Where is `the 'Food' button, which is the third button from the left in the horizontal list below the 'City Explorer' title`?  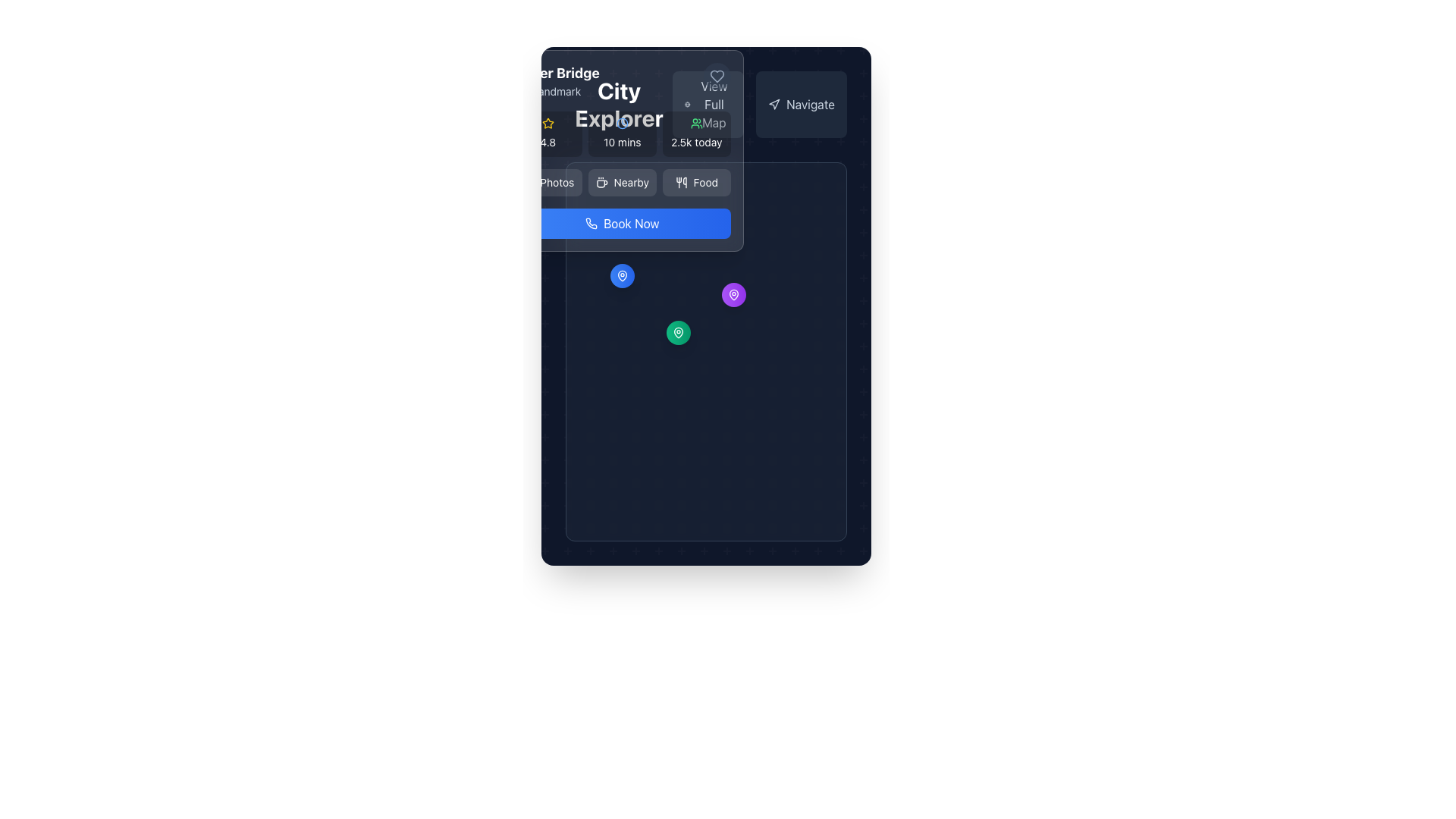
the 'Food' button, which is the third button from the left in the horizontal list below the 'City Explorer' title is located at coordinates (680, 182).